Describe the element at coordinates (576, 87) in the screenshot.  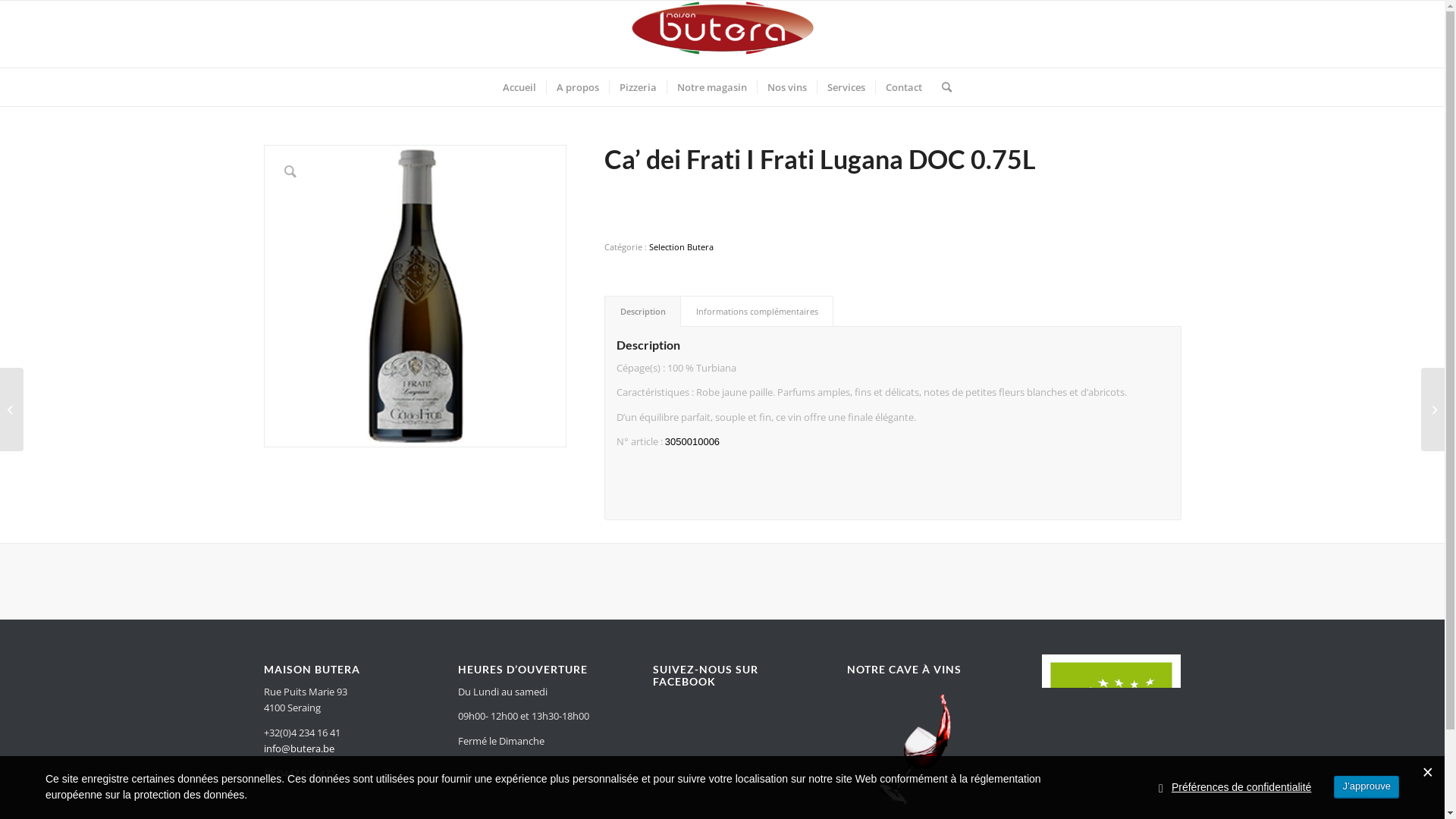
I see `'A propos'` at that location.